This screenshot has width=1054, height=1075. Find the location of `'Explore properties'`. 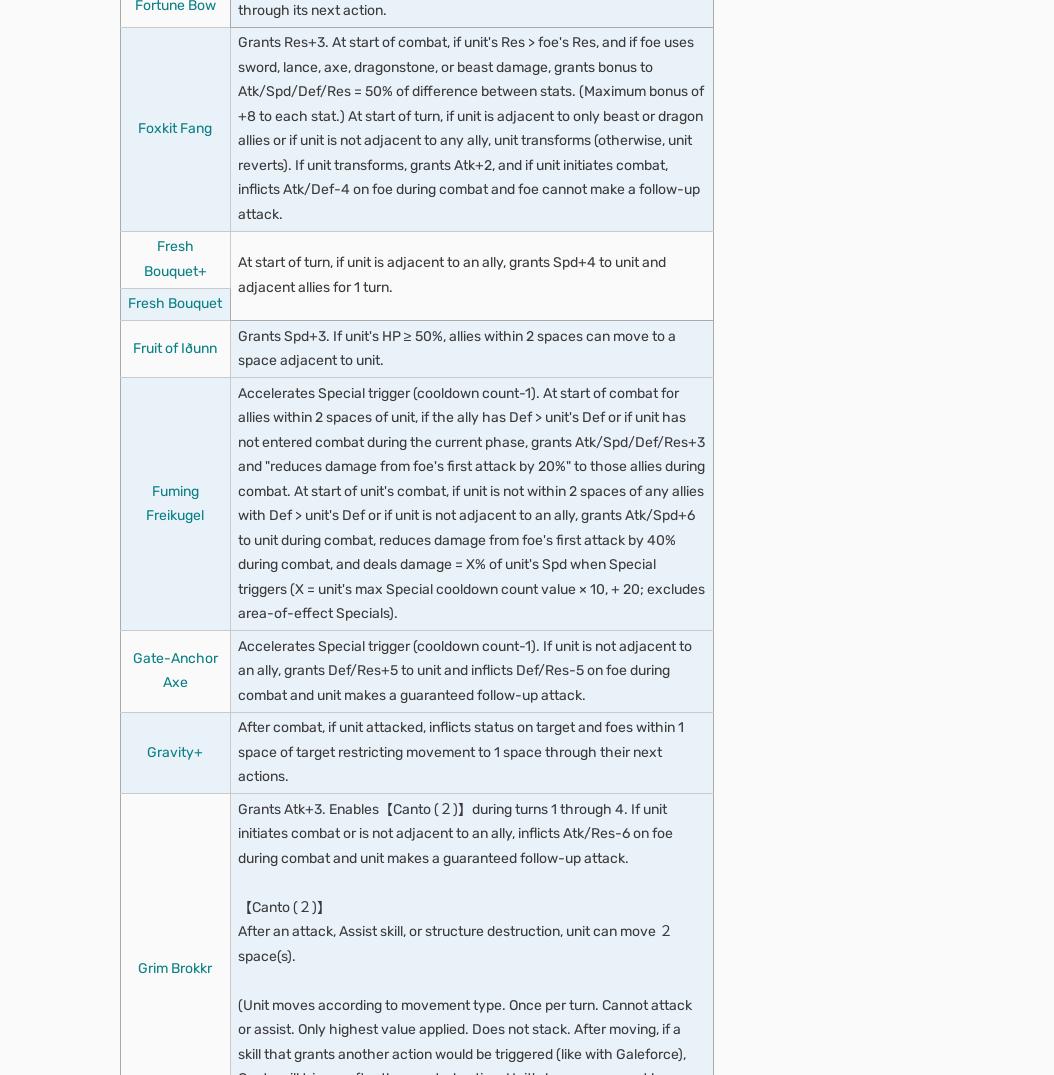

'Explore properties' is located at coordinates (151, 939).